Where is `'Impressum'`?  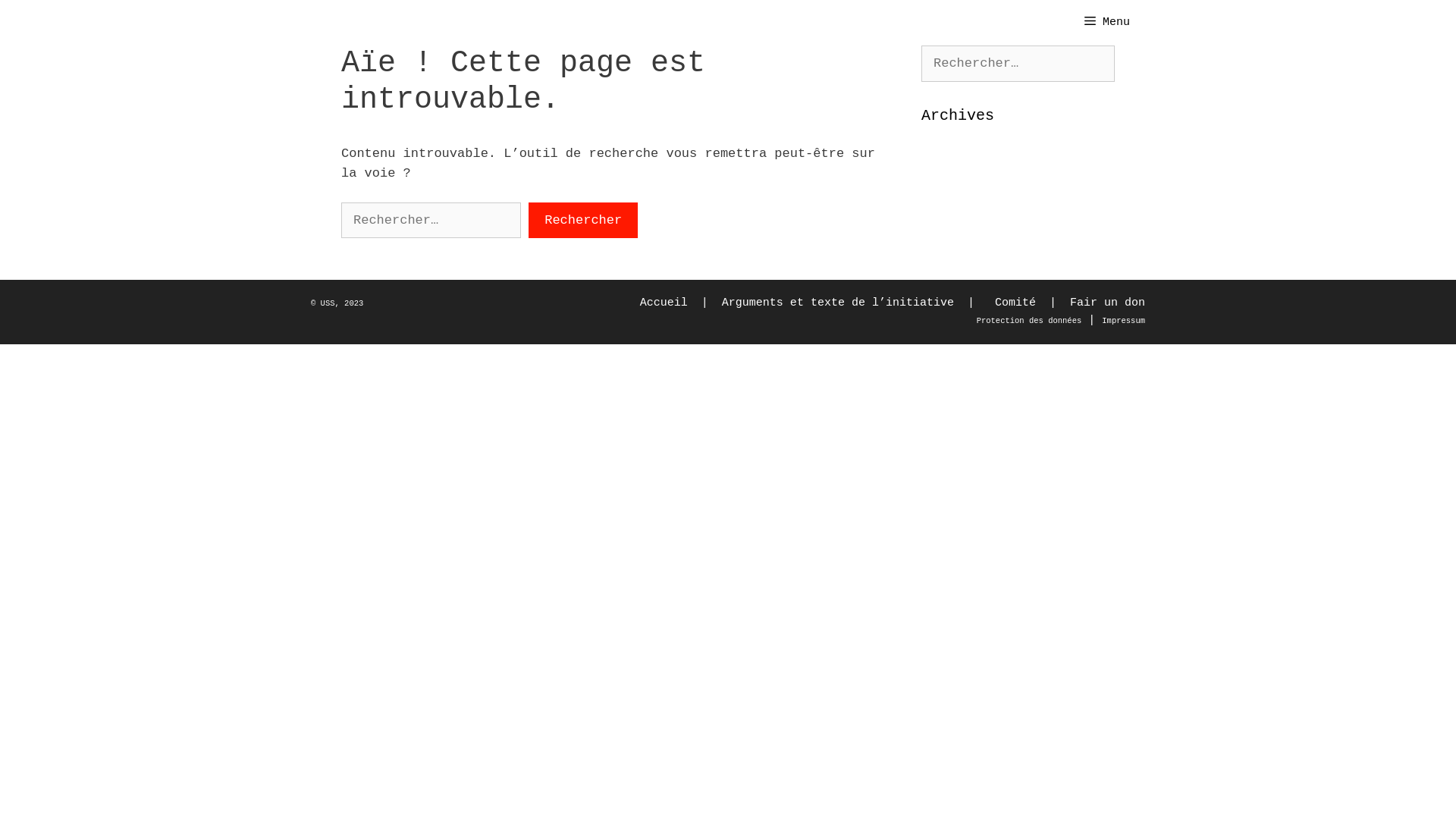
'Impressum' is located at coordinates (1123, 318).